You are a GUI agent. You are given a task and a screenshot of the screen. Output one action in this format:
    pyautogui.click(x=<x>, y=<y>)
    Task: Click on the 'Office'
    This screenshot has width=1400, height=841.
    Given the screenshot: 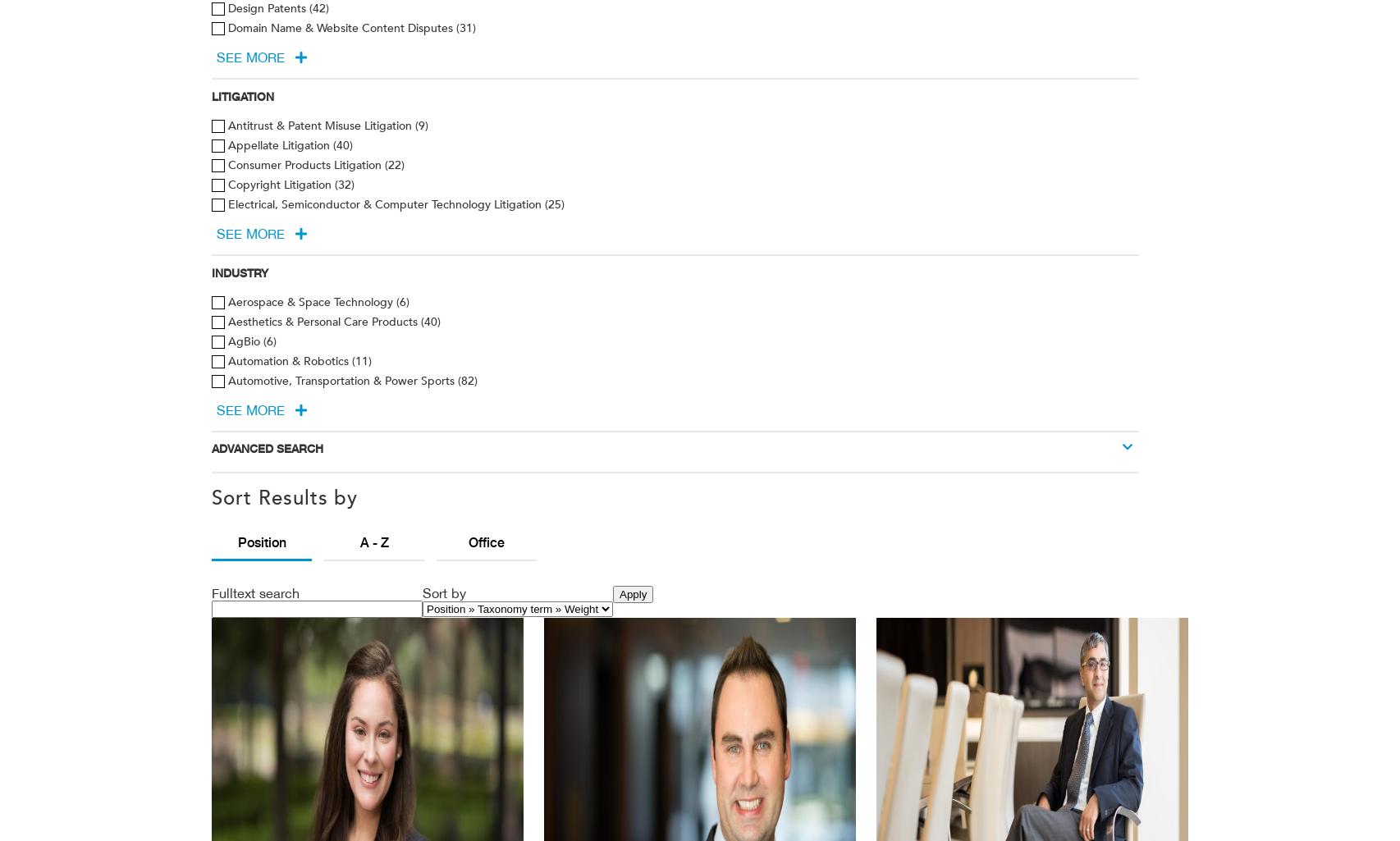 What is the action you would take?
    pyautogui.click(x=486, y=542)
    